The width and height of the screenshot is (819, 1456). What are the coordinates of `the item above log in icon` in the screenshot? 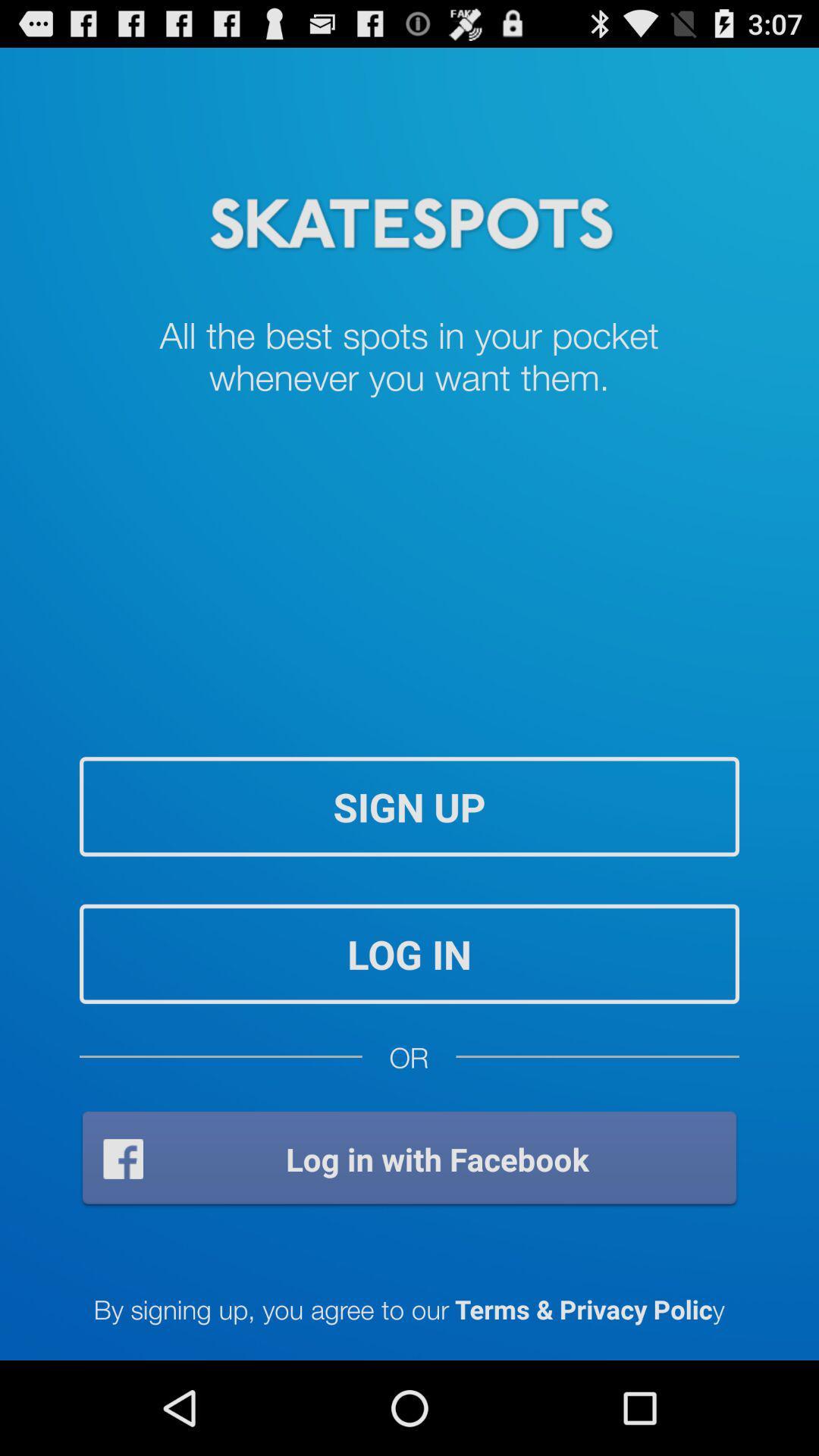 It's located at (409, 805).